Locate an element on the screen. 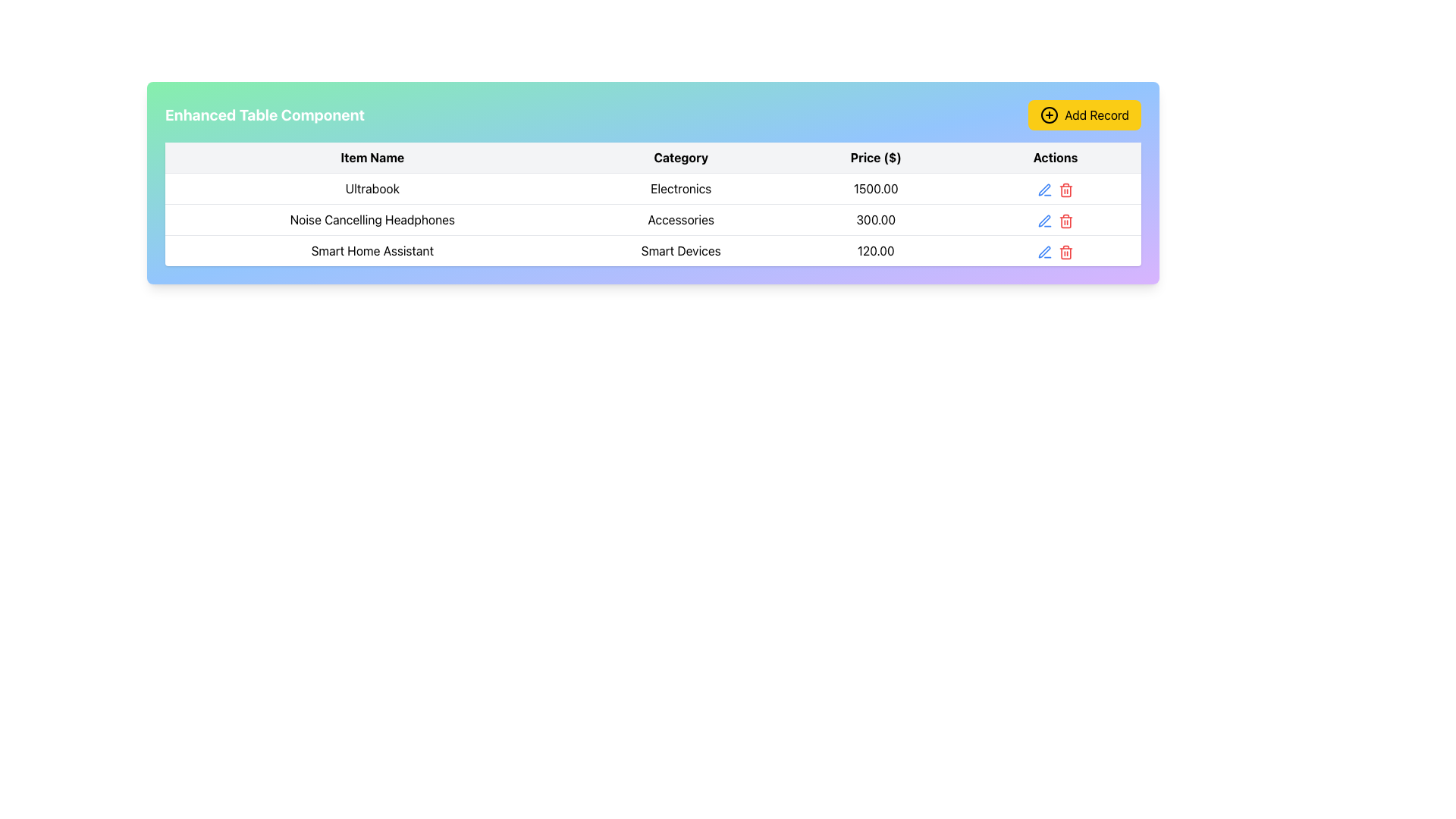  the price display text for the item 'Smart Home Assistant' located in the 'Price ($)' column of the third row in the table is located at coordinates (876, 249).